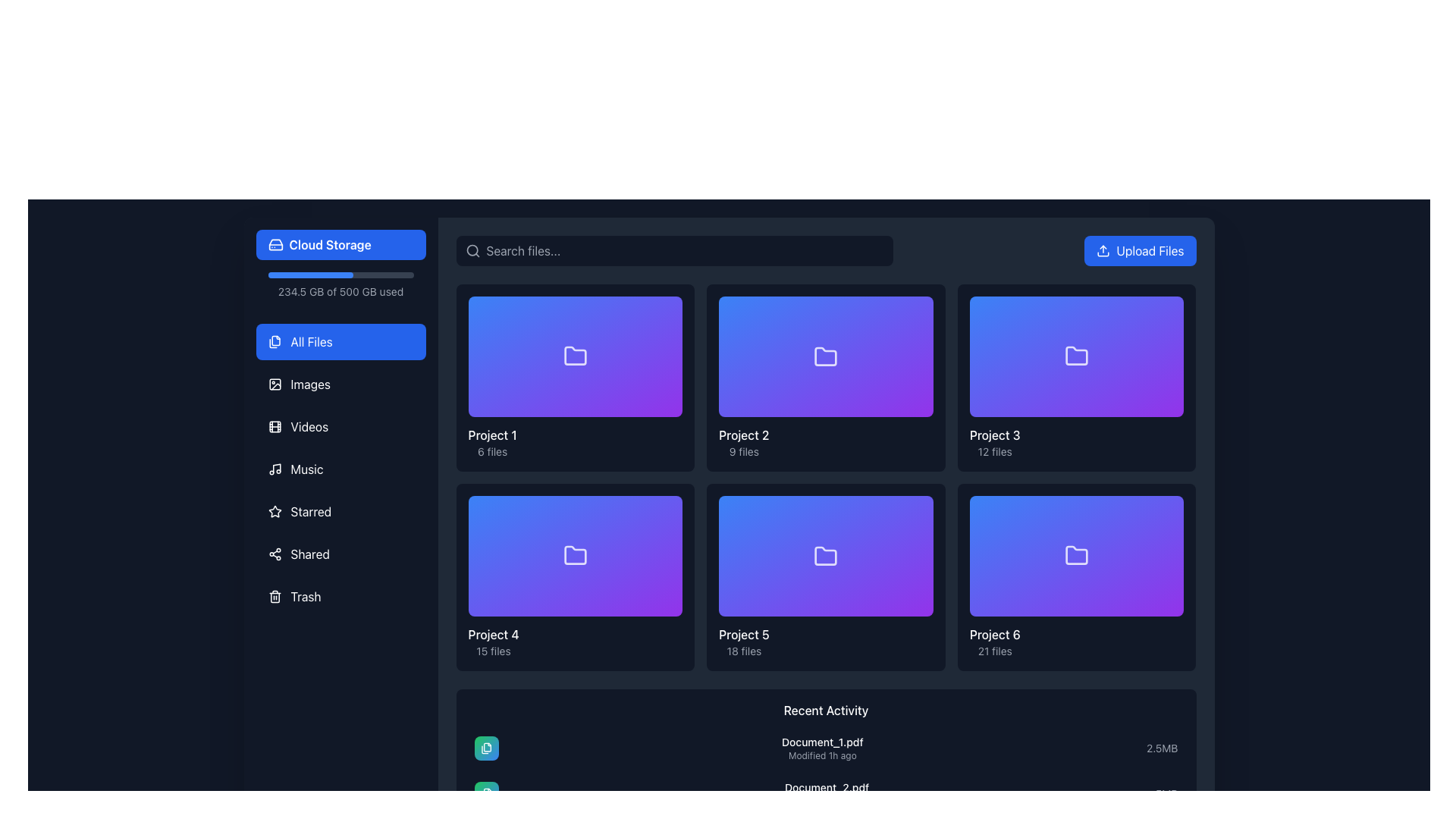 The height and width of the screenshot is (819, 1456). Describe the element at coordinates (826, 786) in the screenshot. I see `text displayed in the 'Document_2.pdf' label located in the 'Recent Activity' section of the dark-themed interface` at that location.